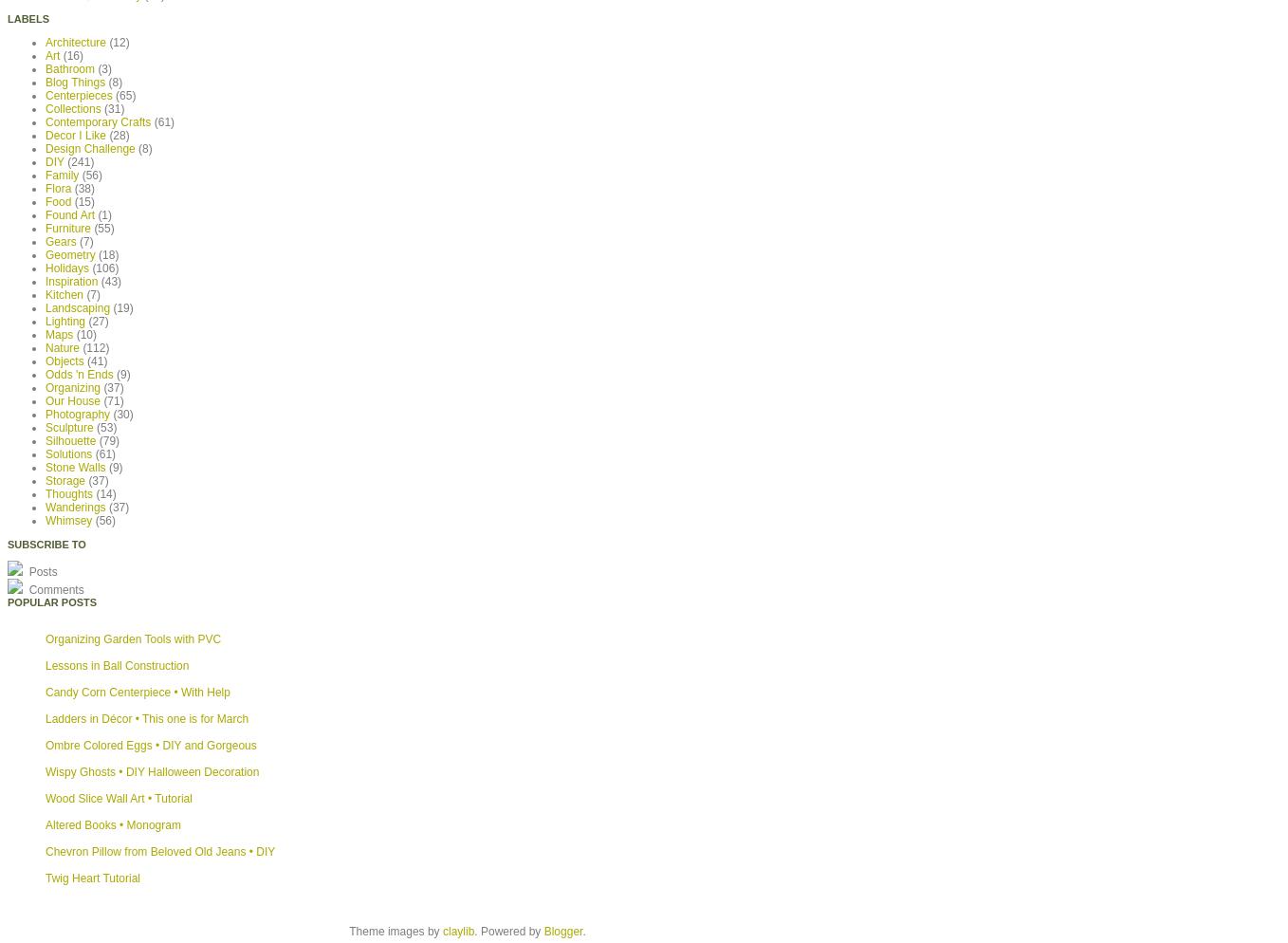 This screenshot has width=1288, height=943. What do you see at coordinates (54, 587) in the screenshot?
I see `'Comments'` at bounding box center [54, 587].